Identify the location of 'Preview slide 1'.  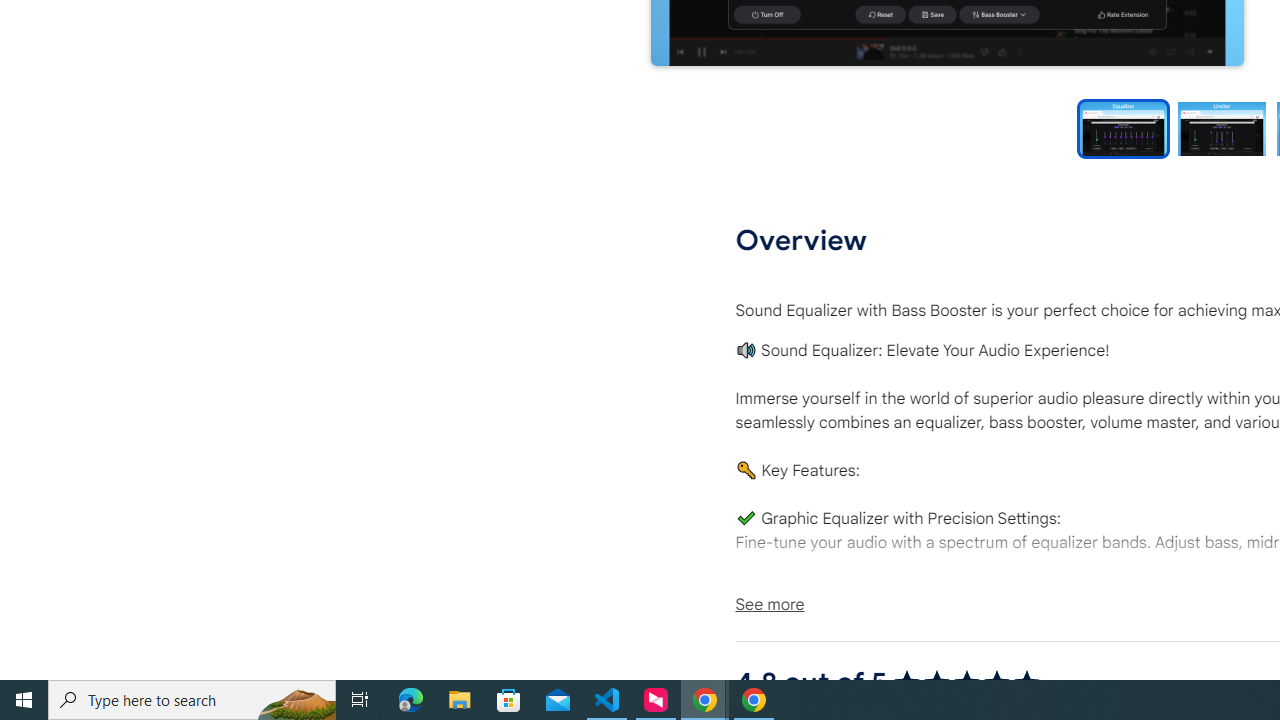
(1123, 128).